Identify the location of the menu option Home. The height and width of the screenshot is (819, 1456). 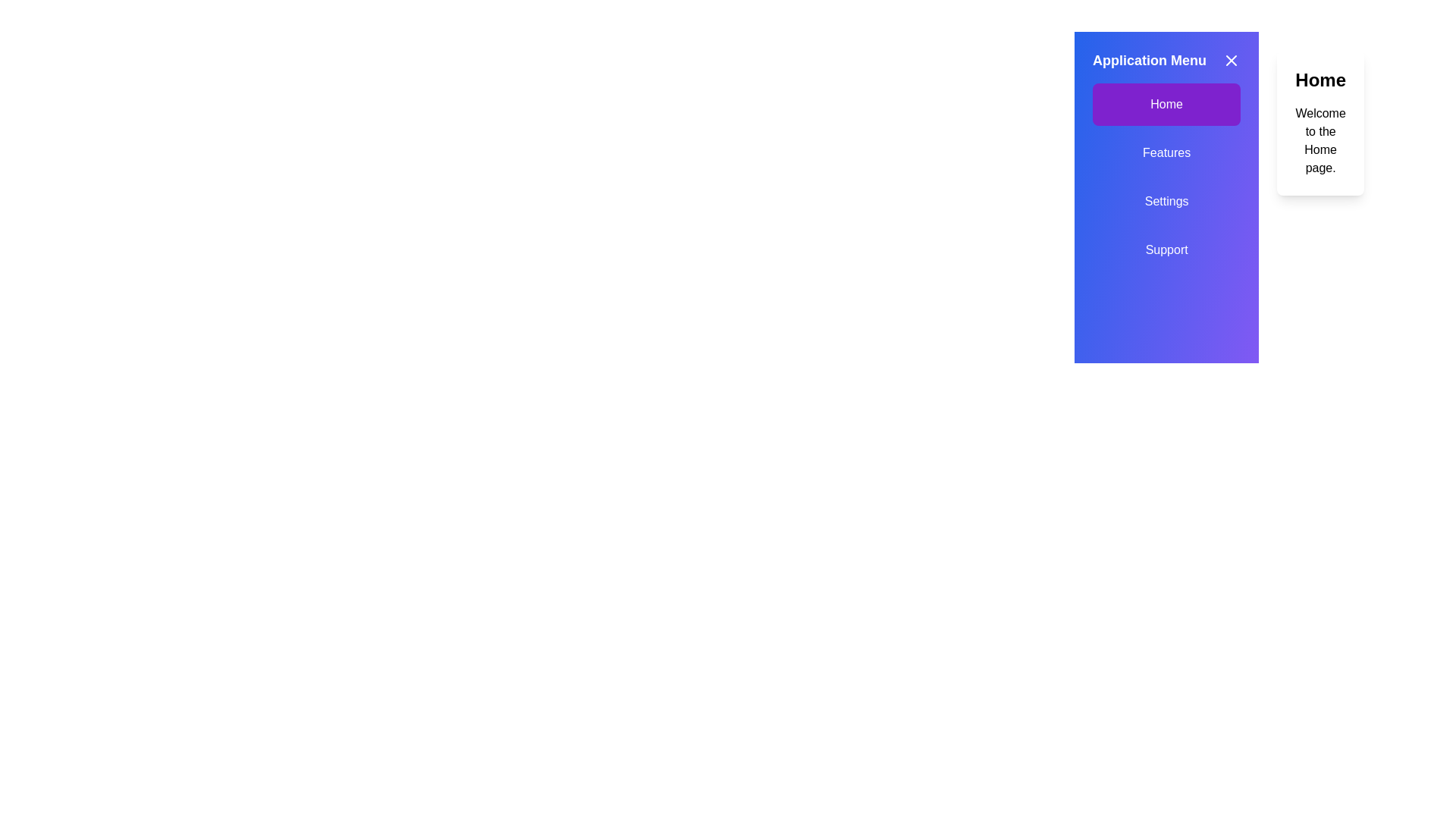
(1166, 104).